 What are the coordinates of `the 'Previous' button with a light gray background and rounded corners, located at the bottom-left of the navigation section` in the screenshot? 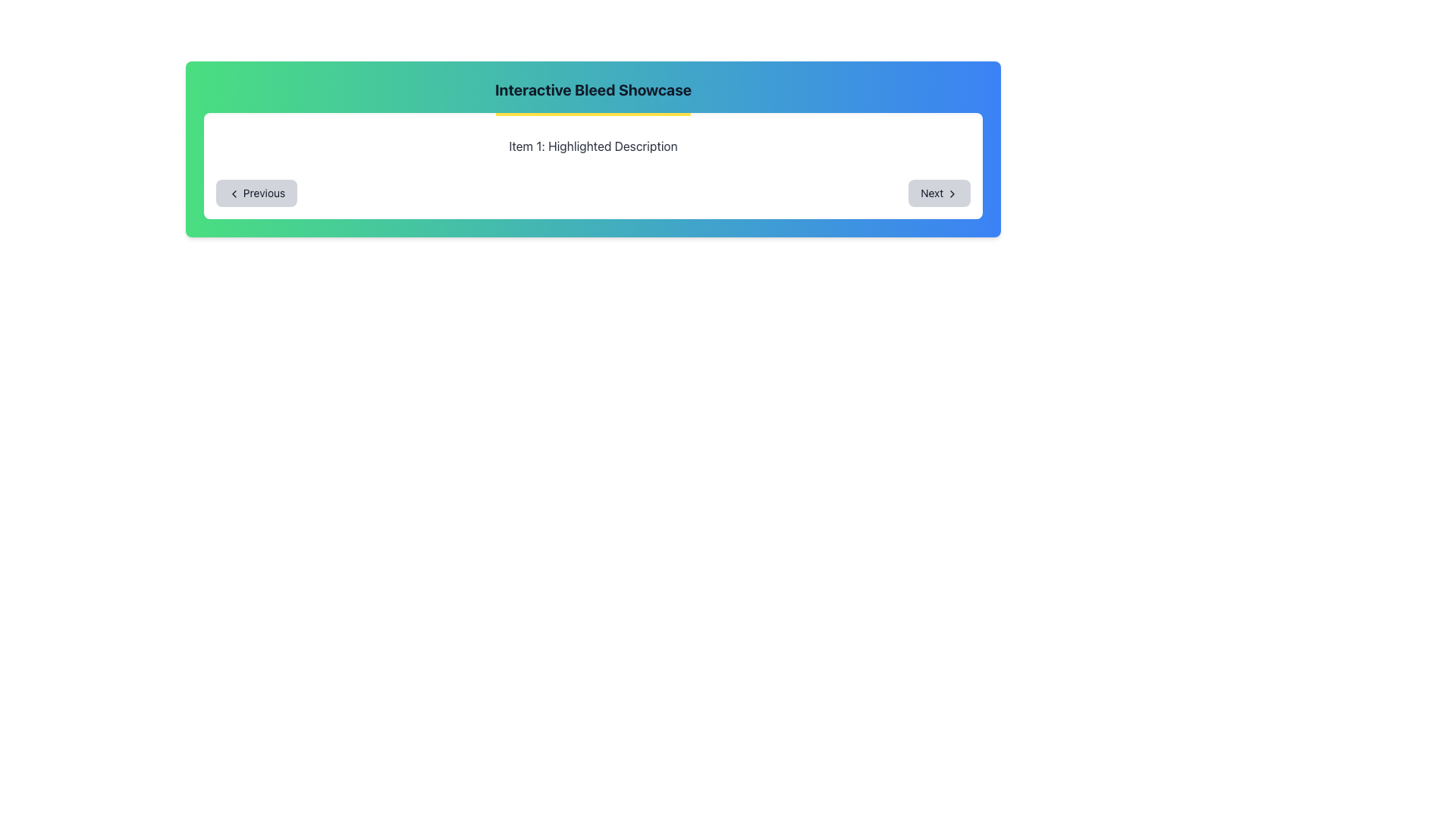 It's located at (256, 192).